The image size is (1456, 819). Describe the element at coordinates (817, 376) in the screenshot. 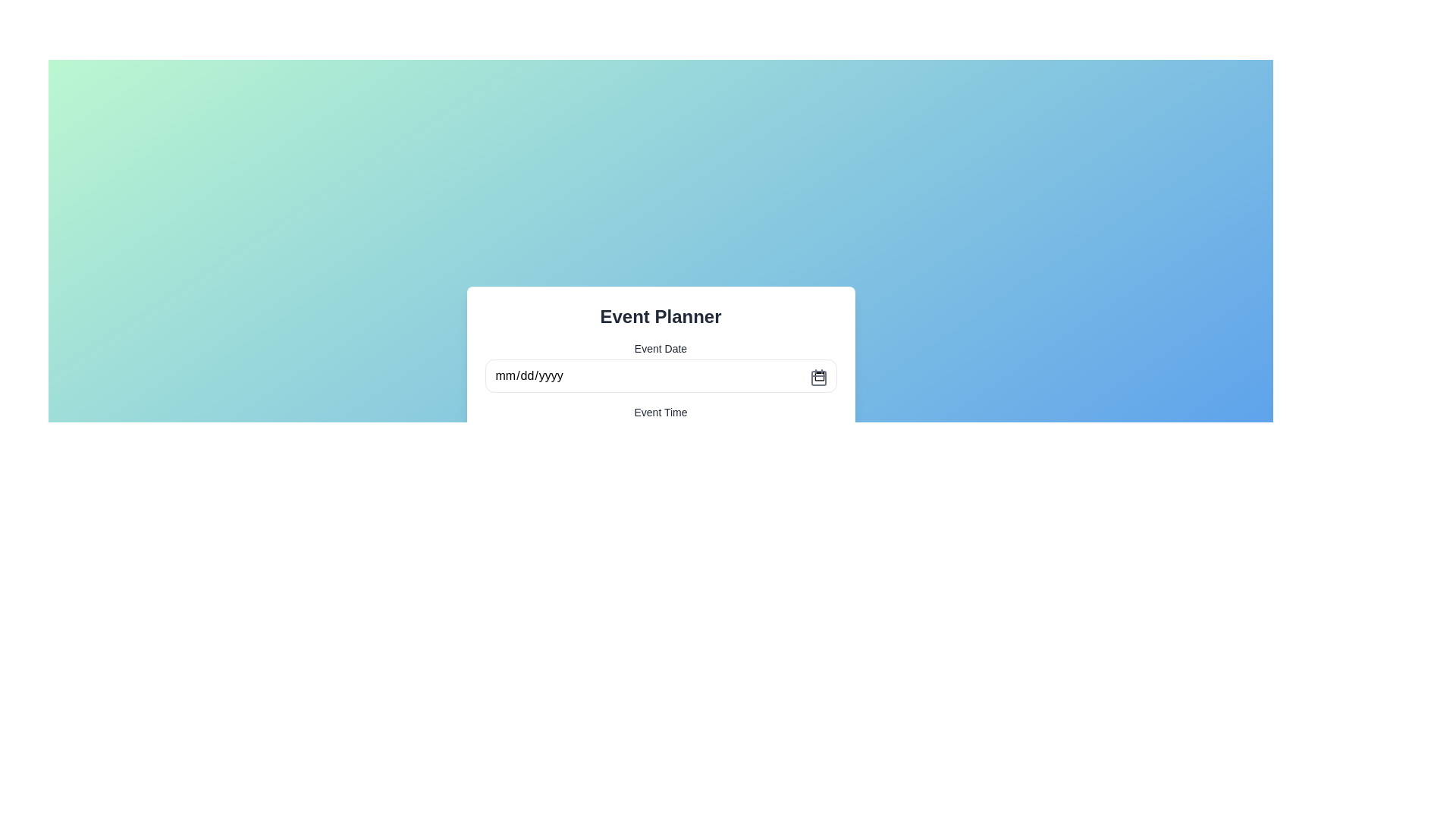

I see `the calendar icon located at the top-right corner of the 'Event Date.' text input field` at that location.